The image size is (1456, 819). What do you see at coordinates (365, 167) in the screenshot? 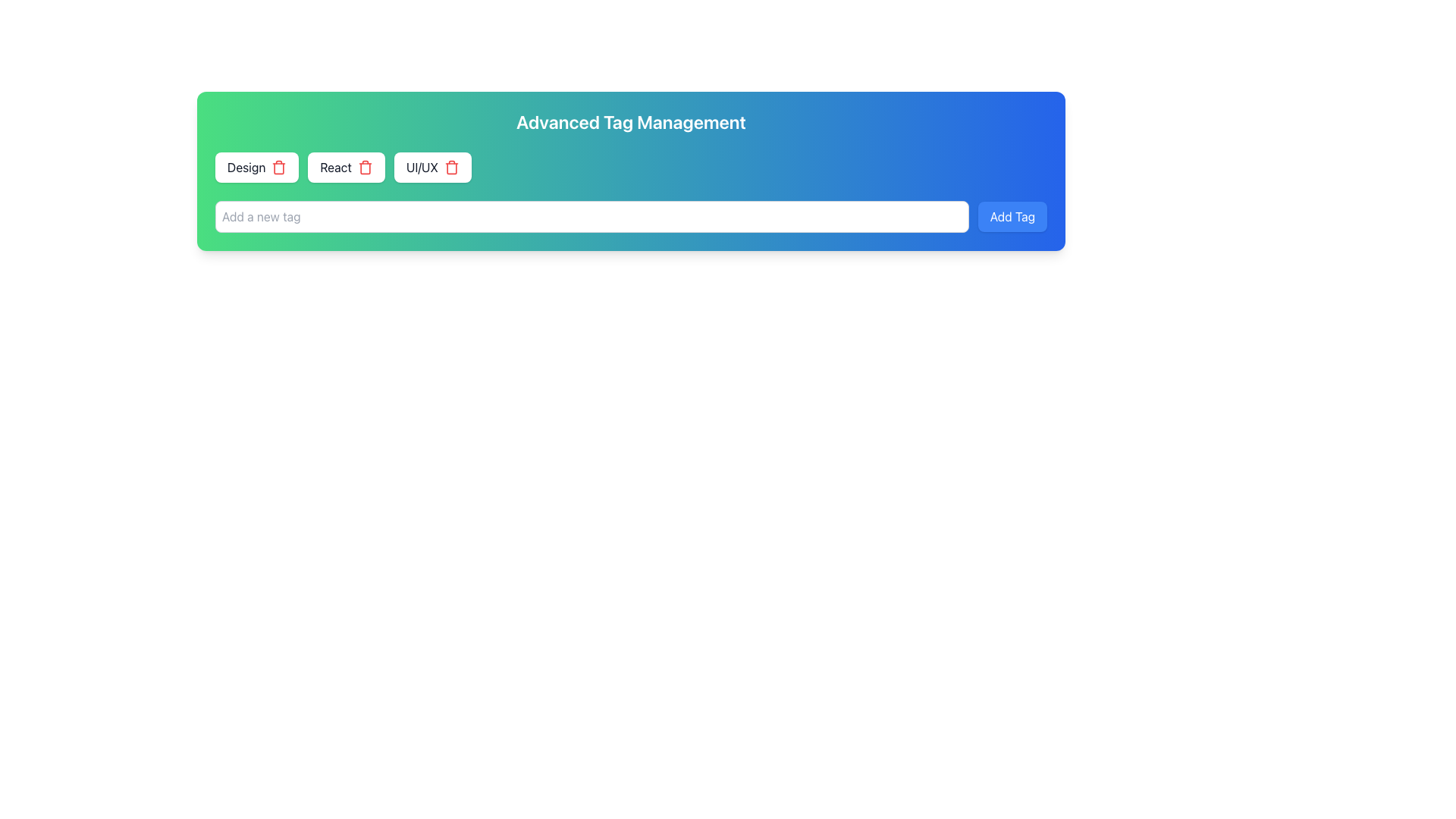
I see `the red trash icon located to the right of the 'React' tag in the horizontal row of tags for interaction` at bounding box center [365, 167].